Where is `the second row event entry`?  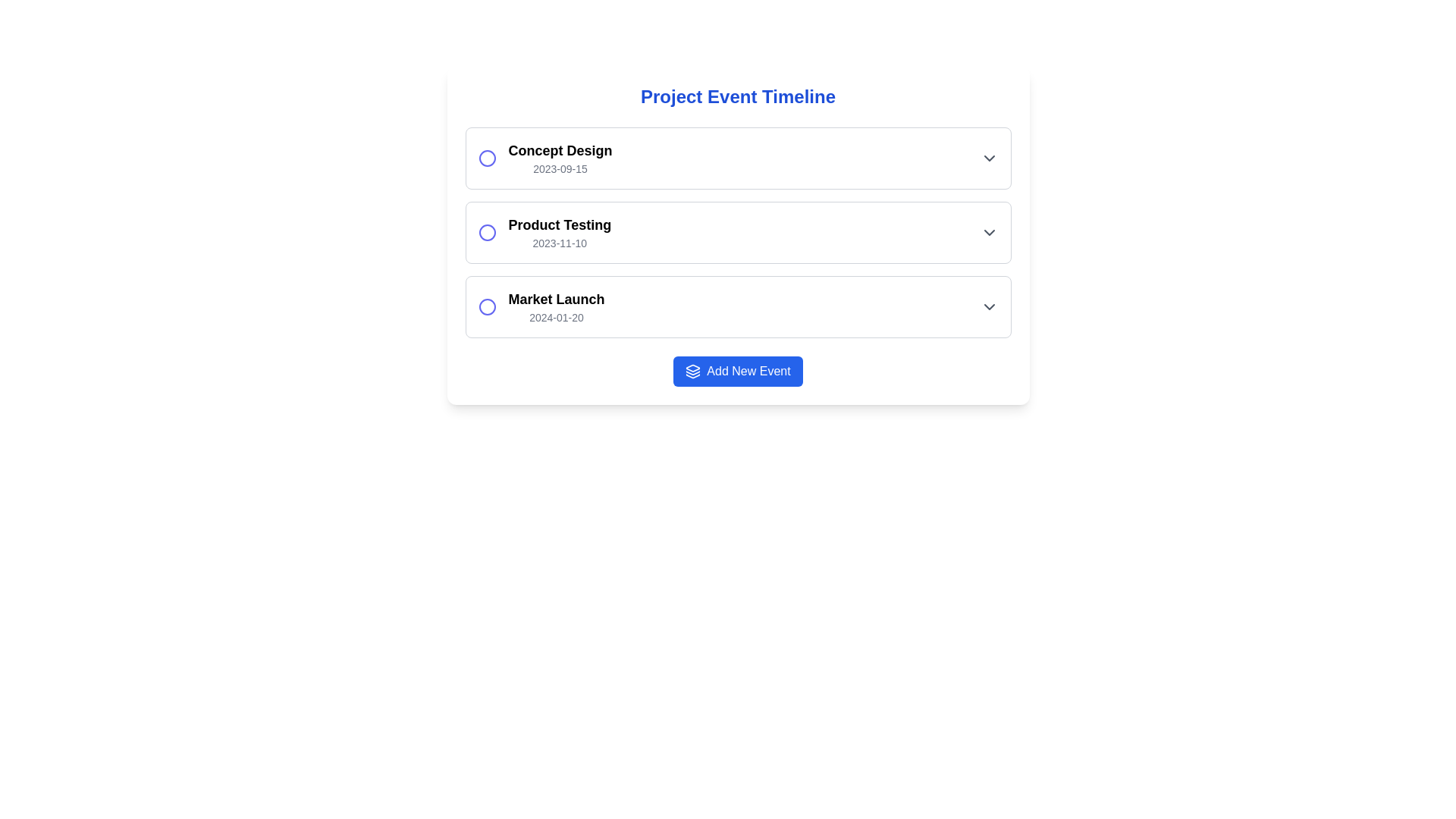 the second row event entry is located at coordinates (738, 233).